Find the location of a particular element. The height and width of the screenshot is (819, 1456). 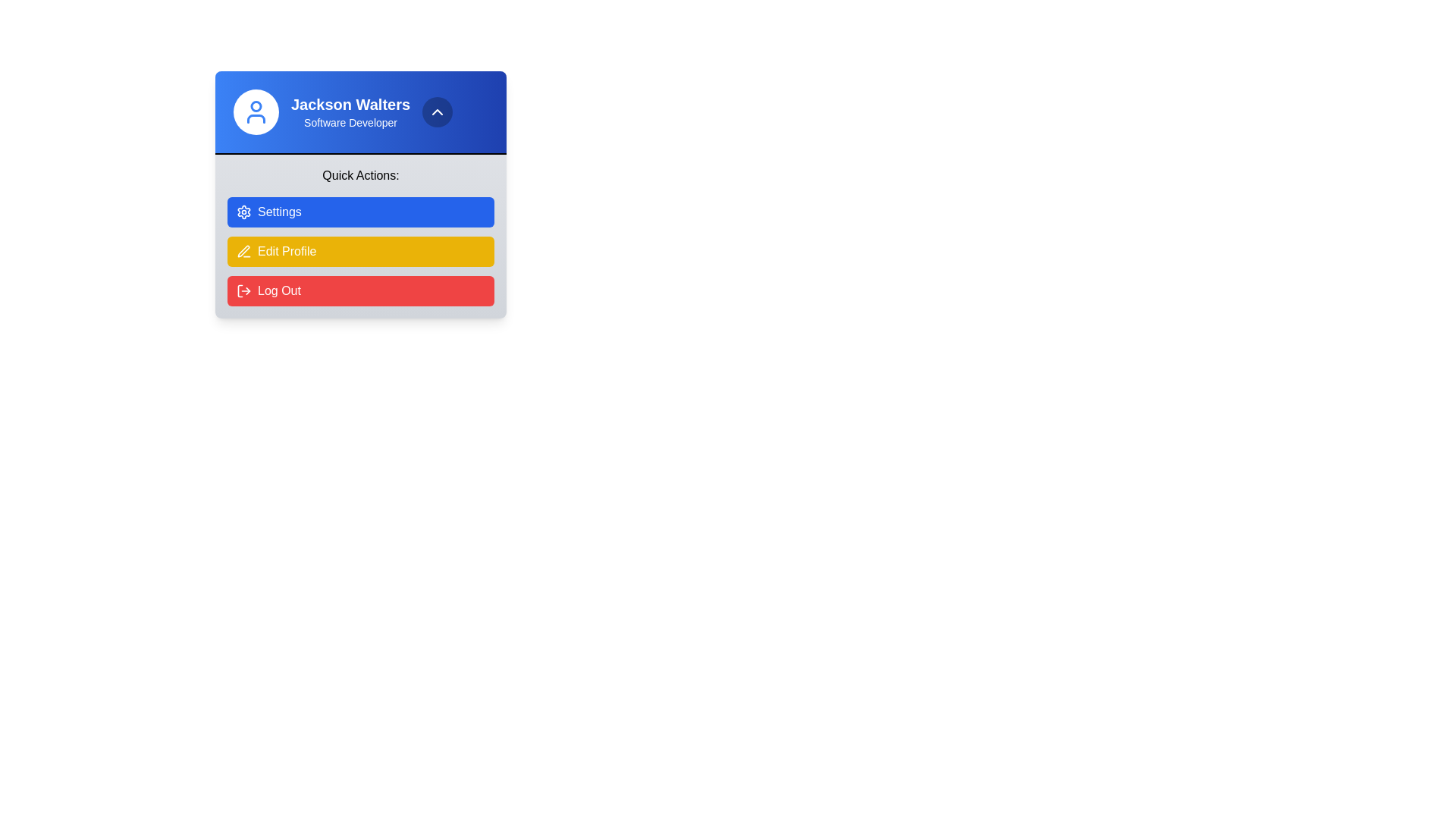

the user's profile picture icon, which is centrally located in the user profile section with a circular white background is located at coordinates (256, 111).